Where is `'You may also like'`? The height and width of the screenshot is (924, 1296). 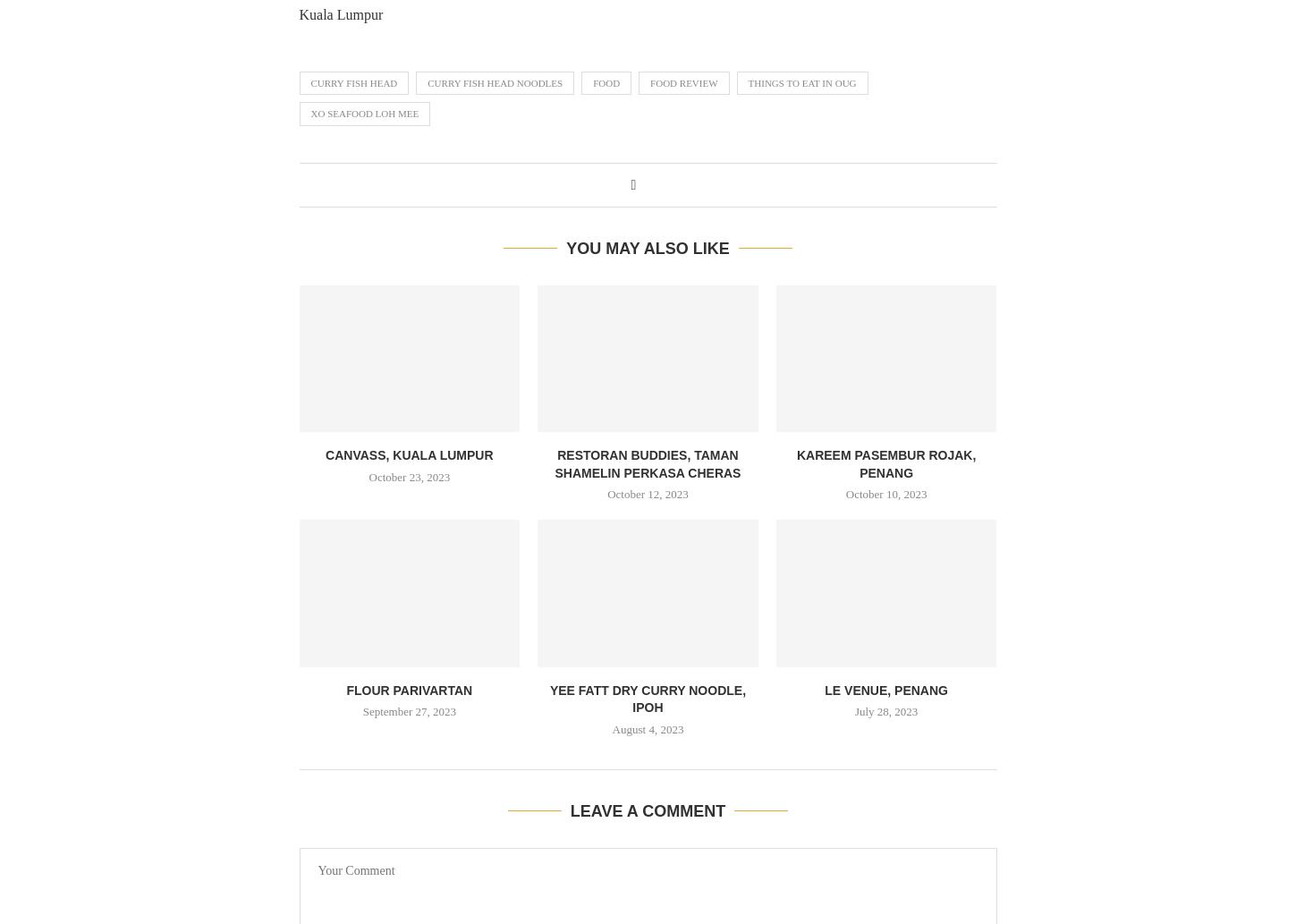
'You may also like' is located at coordinates (648, 247).